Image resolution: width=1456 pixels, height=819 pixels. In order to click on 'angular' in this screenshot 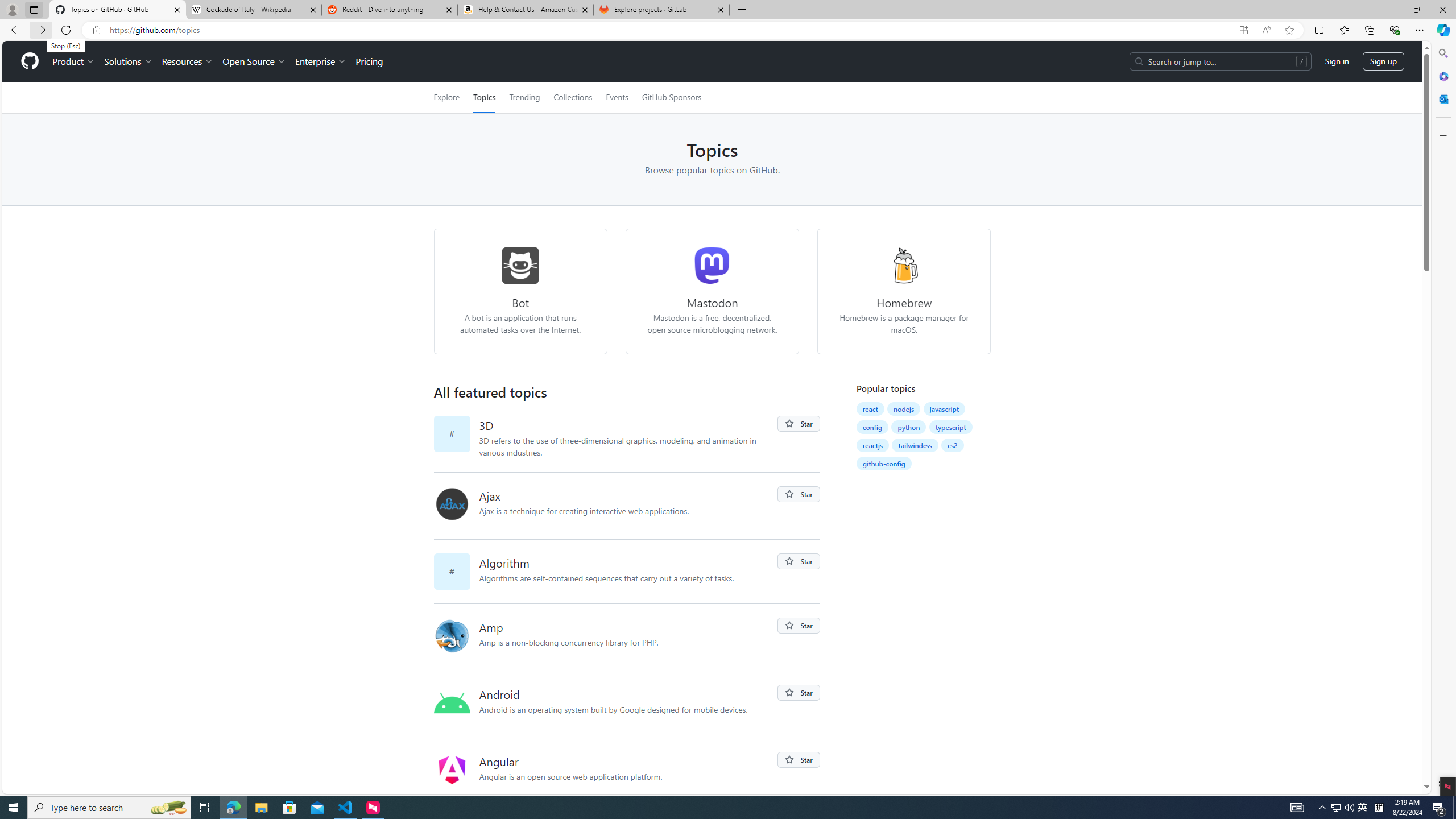, I will do `click(452, 769)`.